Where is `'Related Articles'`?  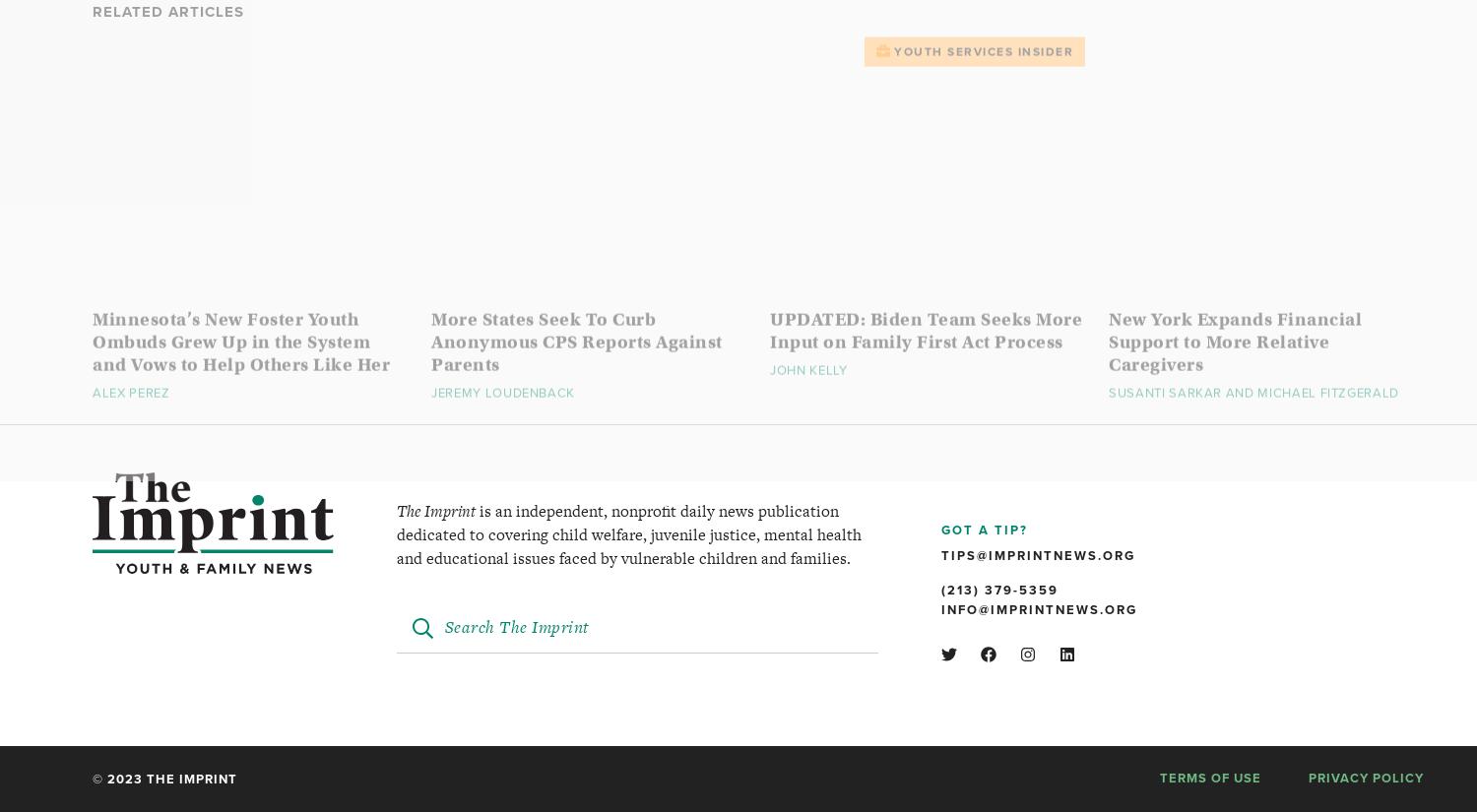 'Related Articles' is located at coordinates (92, 51).